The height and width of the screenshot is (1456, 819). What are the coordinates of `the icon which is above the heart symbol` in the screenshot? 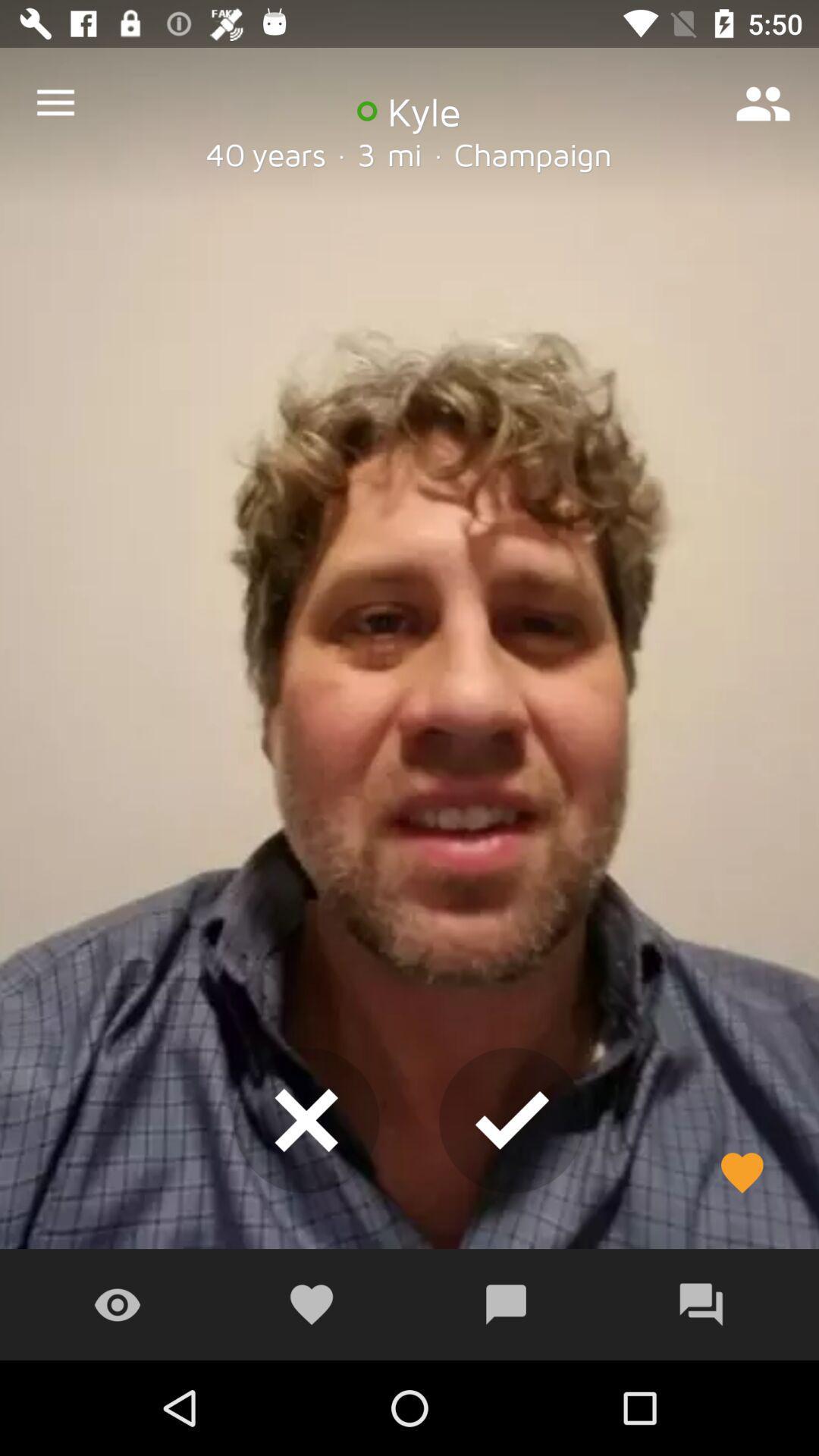 It's located at (306, 1121).